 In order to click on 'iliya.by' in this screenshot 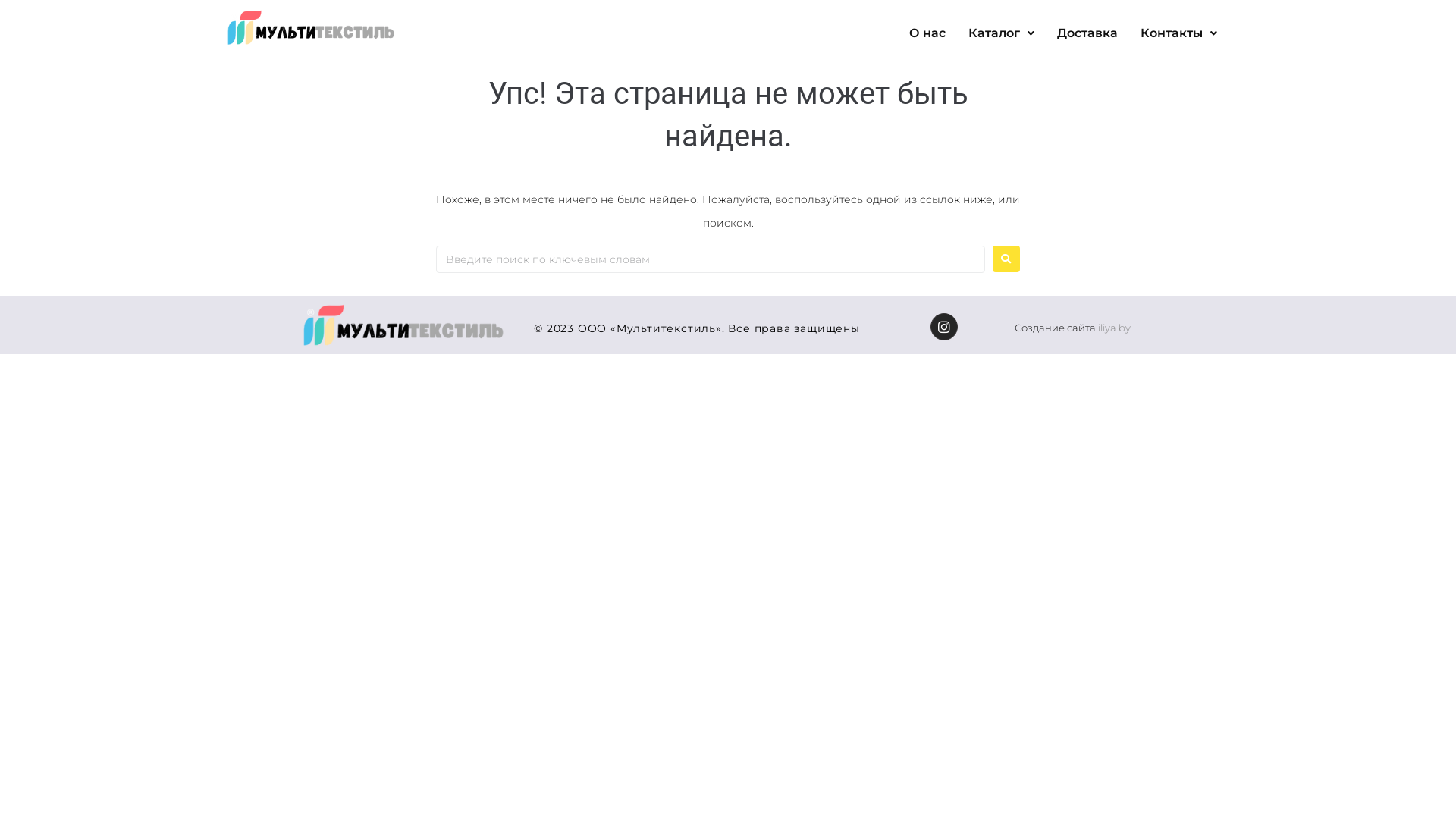, I will do `click(1114, 327)`.